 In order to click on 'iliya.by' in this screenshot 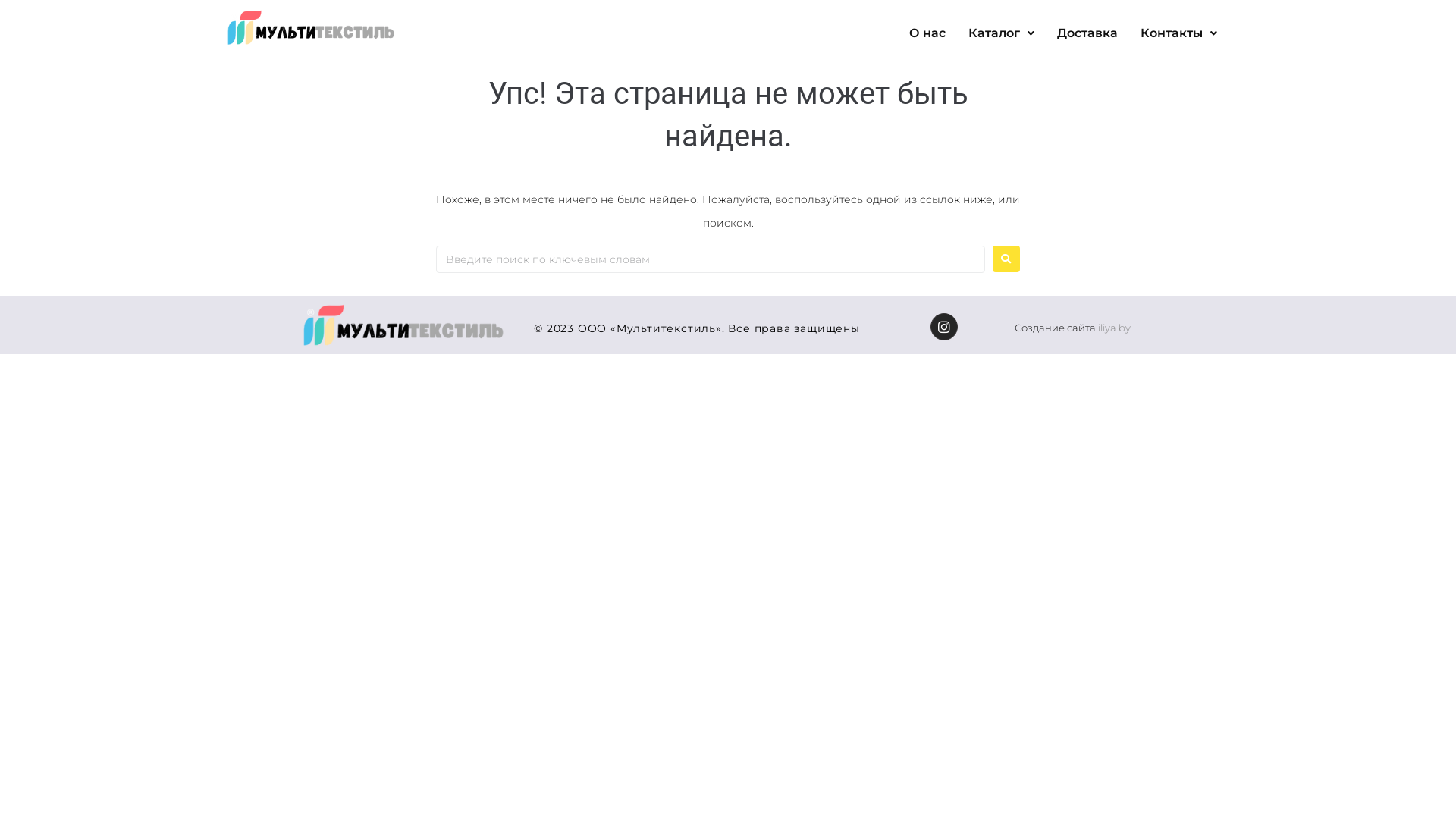, I will do `click(1114, 327)`.